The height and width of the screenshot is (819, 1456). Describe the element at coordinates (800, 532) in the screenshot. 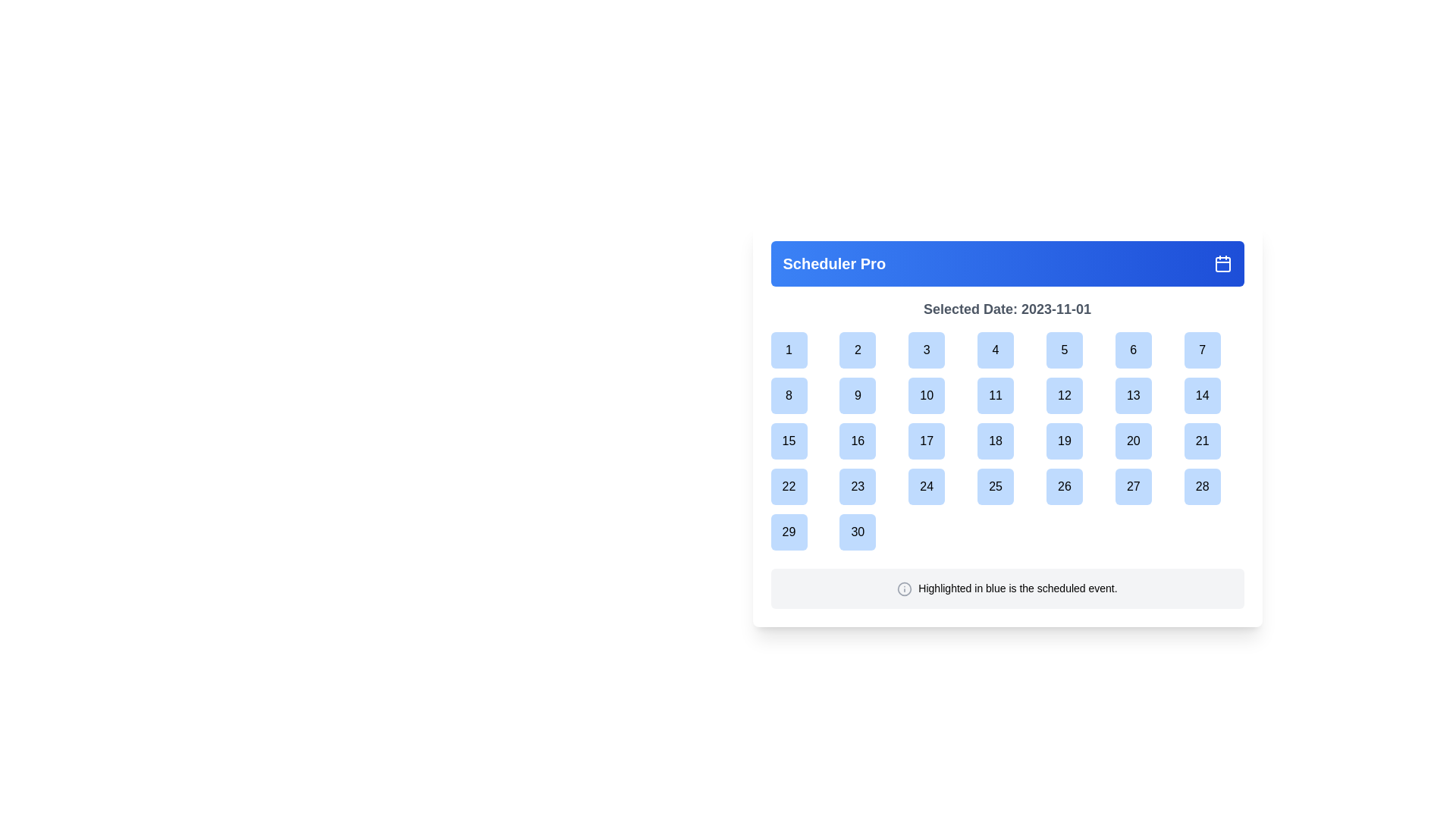

I see `the calendar date cell displaying '29'` at that location.